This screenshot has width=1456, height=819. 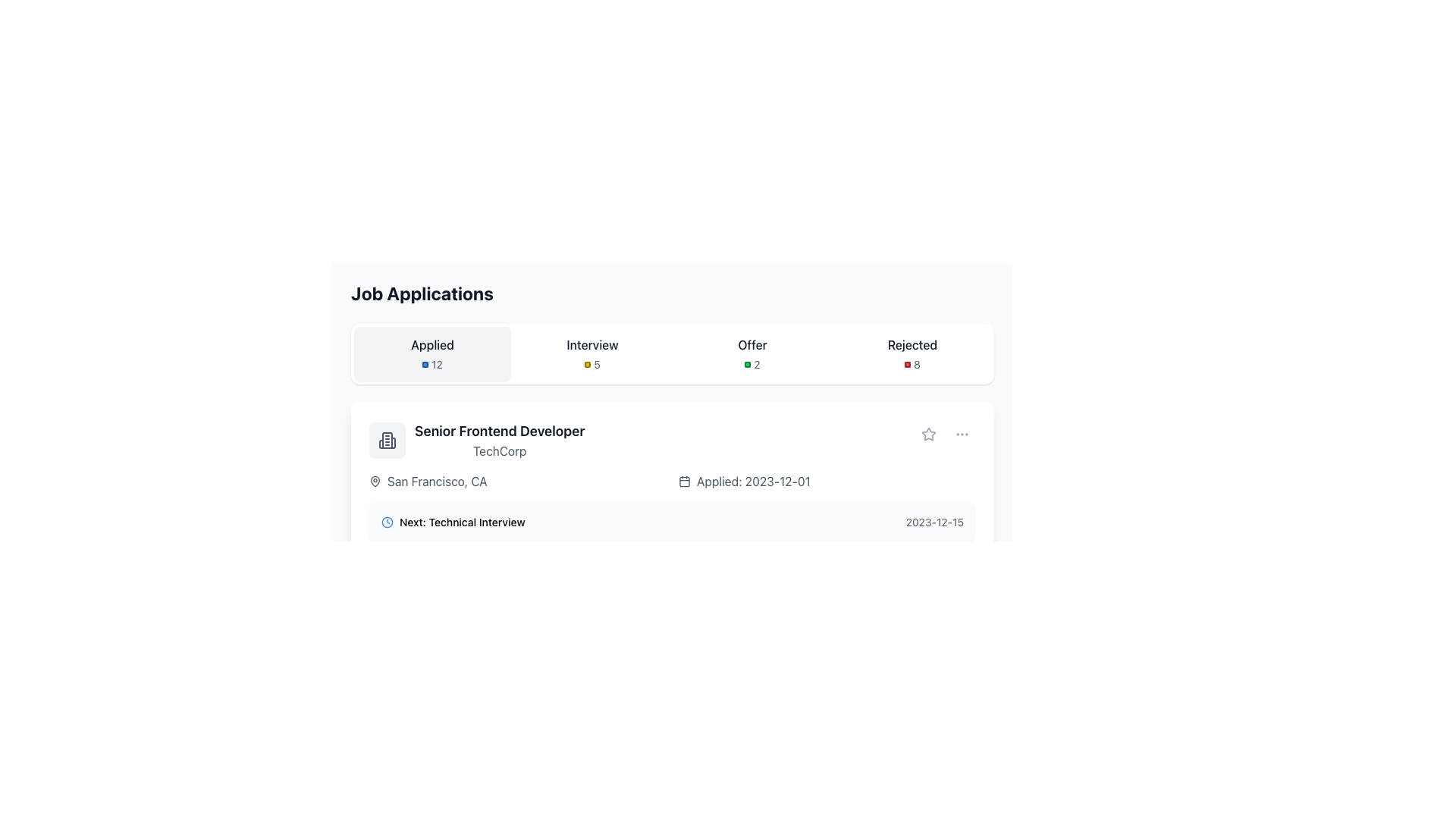 What do you see at coordinates (375, 482) in the screenshot?
I see `the map pin icon located to the left of the text 'San Francisco, CA', which serves as a location indicator` at bounding box center [375, 482].